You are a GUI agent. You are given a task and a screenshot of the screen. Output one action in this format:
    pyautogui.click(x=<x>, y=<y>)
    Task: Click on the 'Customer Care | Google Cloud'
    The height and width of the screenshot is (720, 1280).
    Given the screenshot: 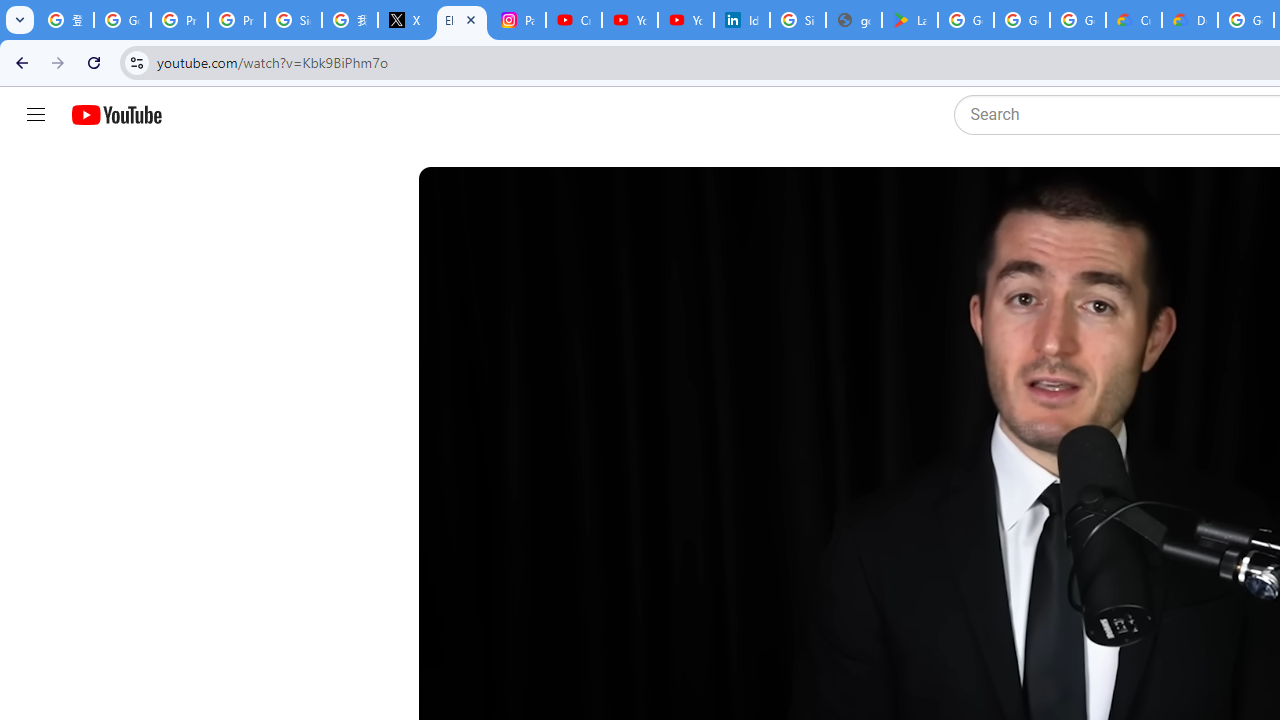 What is the action you would take?
    pyautogui.click(x=1134, y=20)
    